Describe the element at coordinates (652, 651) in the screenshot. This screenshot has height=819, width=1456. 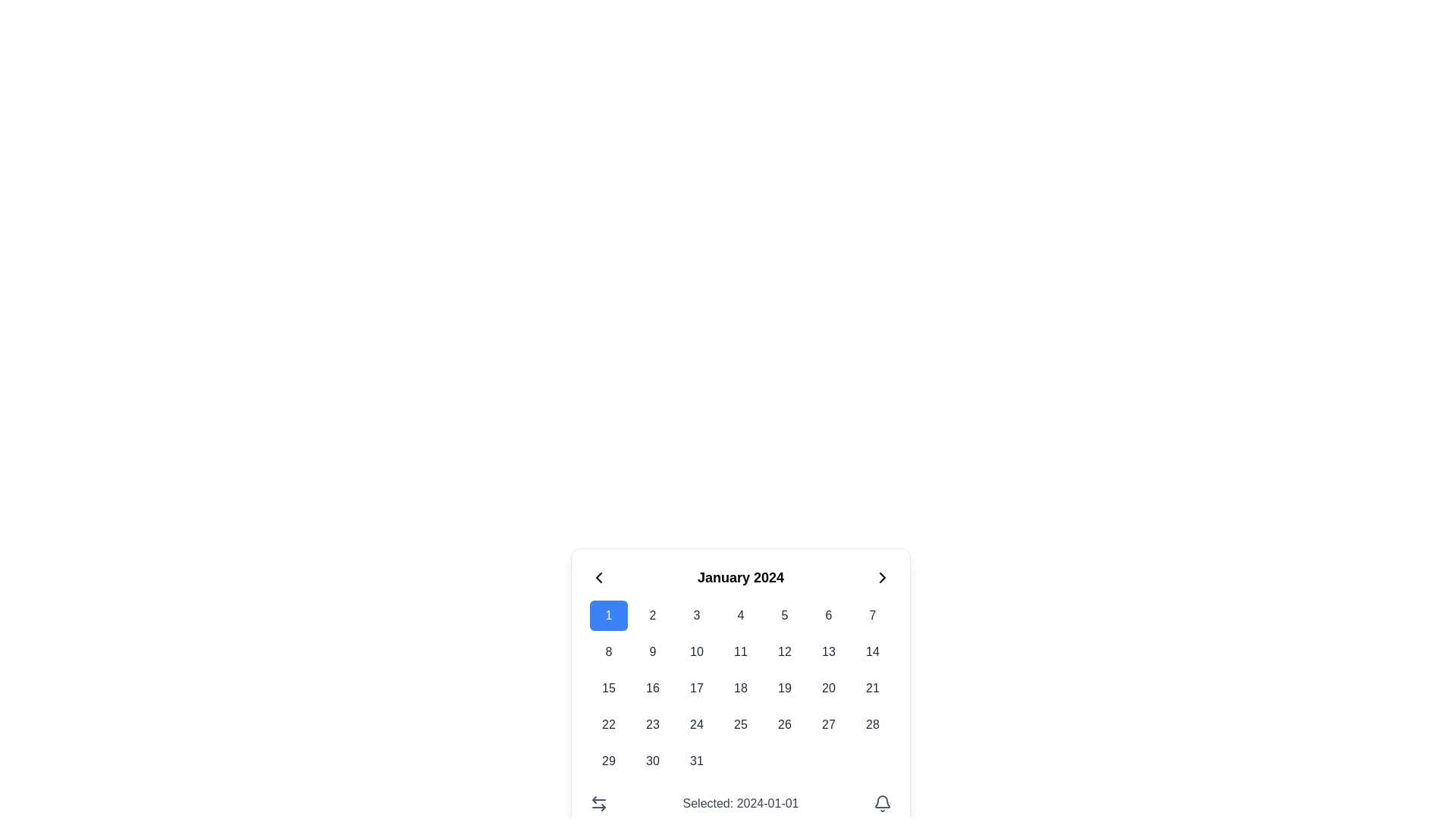
I see `the text button displaying the numeral '9' in the grid layout` at that location.